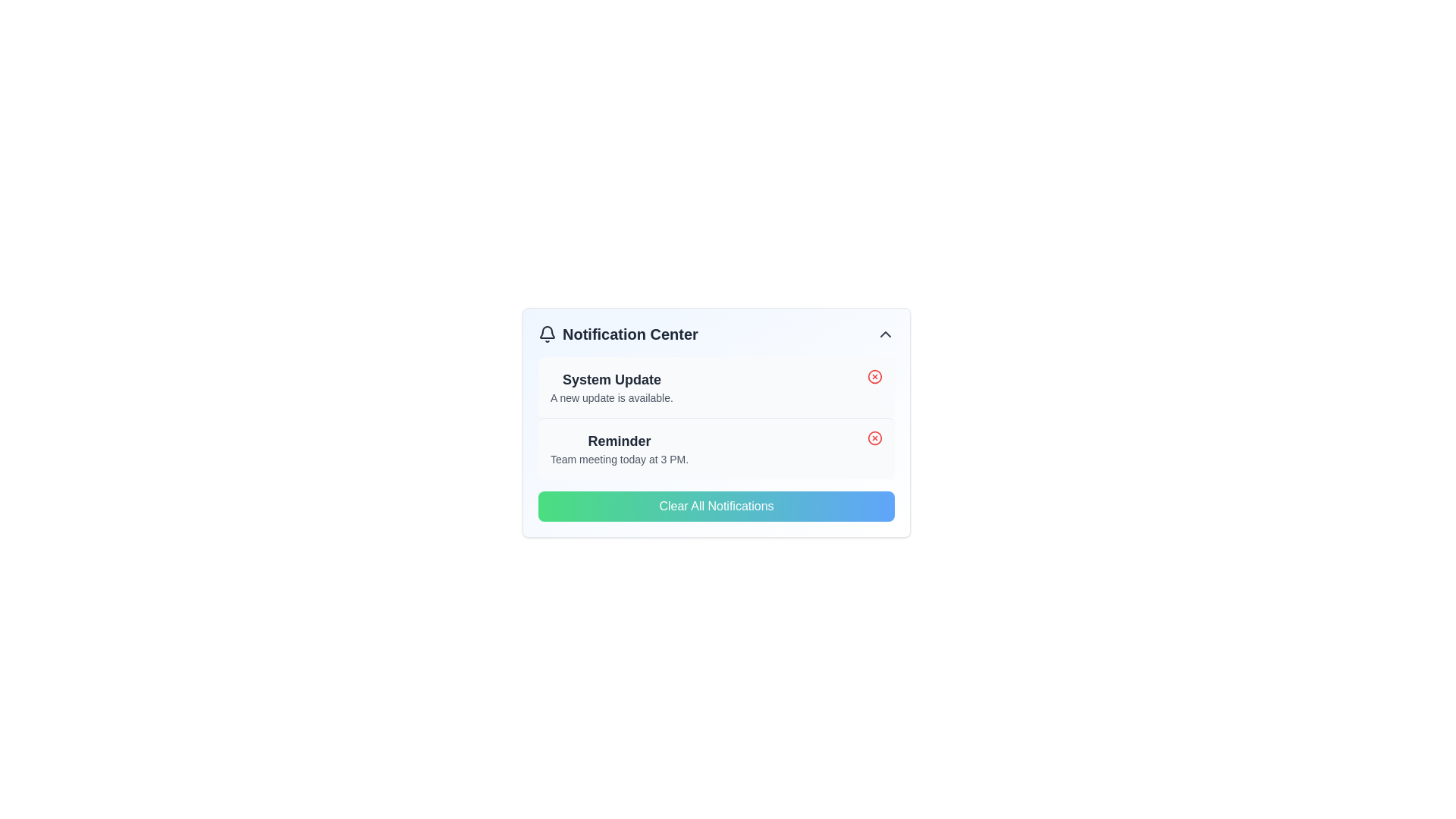 The width and height of the screenshot is (1456, 819). I want to click on the upward-pointing chevron icon in the top-right corner of the Notification Center header, so click(885, 333).